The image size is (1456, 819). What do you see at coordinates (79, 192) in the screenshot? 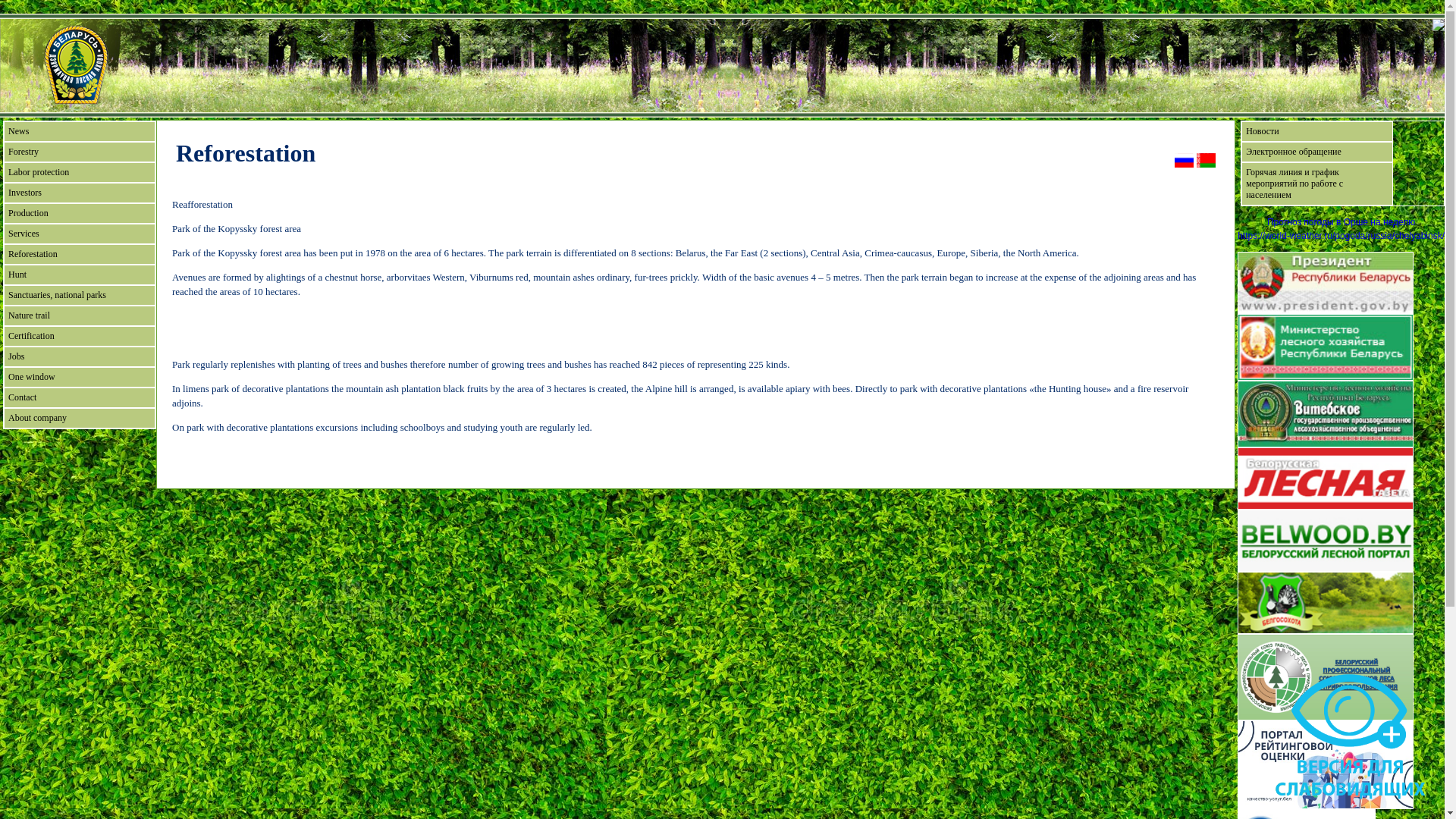
I see `'Investors'` at bounding box center [79, 192].